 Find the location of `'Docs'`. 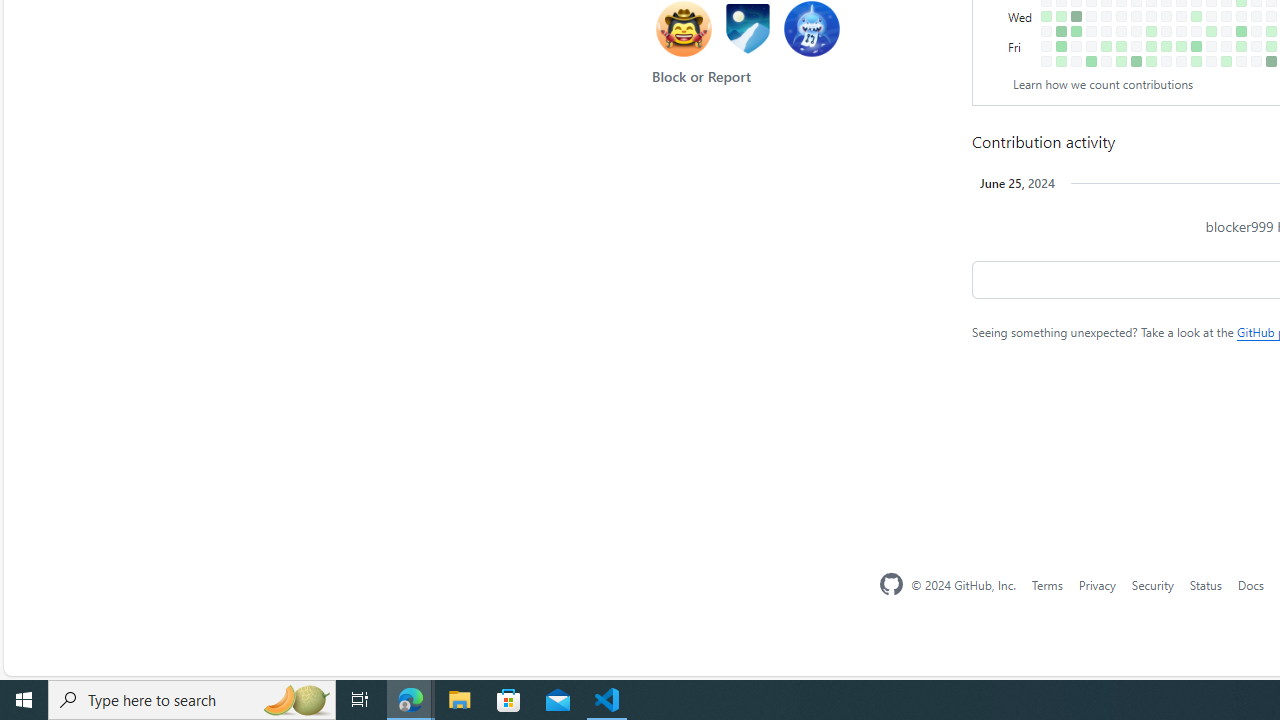

'Docs' is located at coordinates (1249, 584).